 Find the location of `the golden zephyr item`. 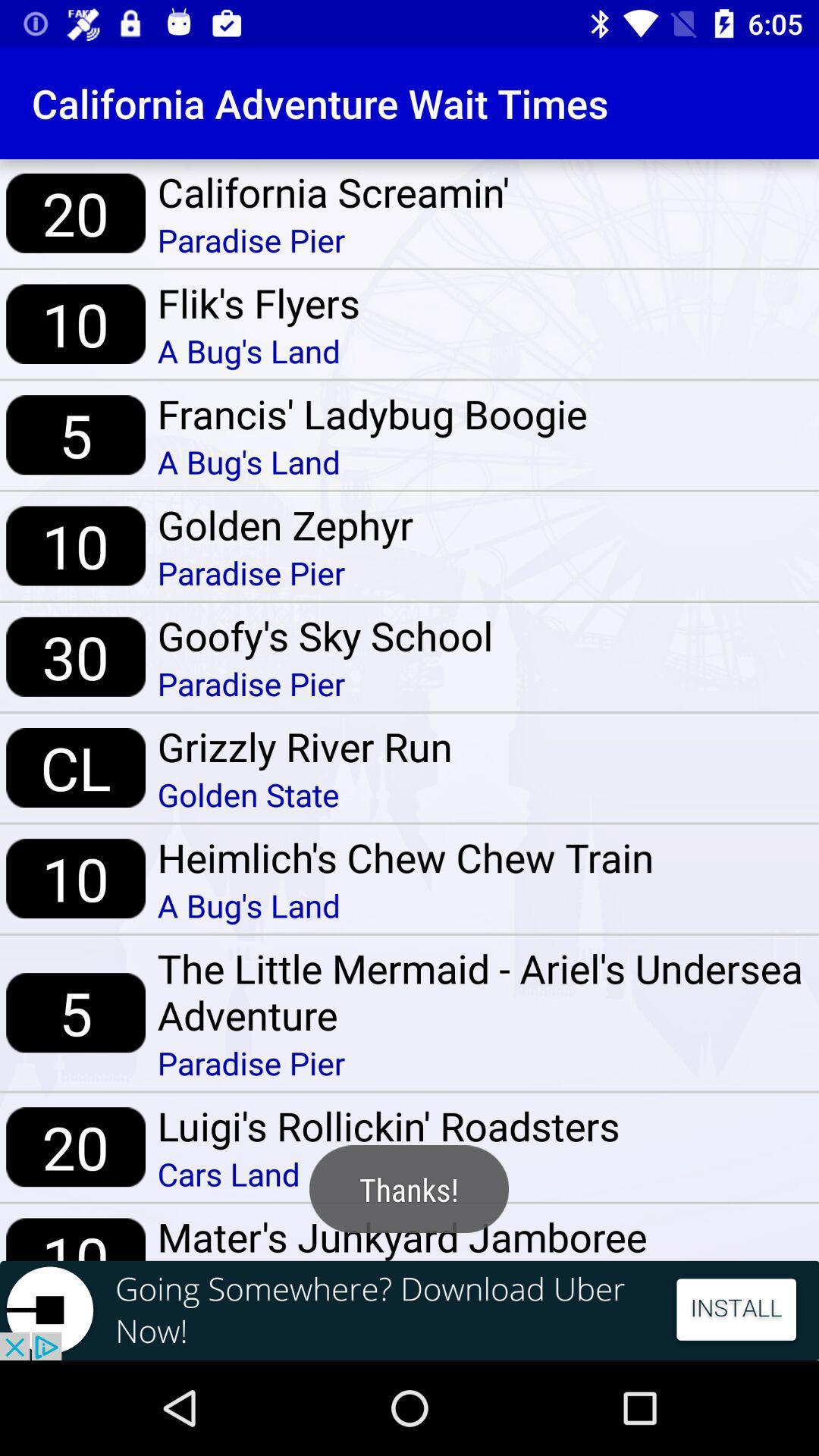

the golden zephyr item is located at coordinates (285, 524).